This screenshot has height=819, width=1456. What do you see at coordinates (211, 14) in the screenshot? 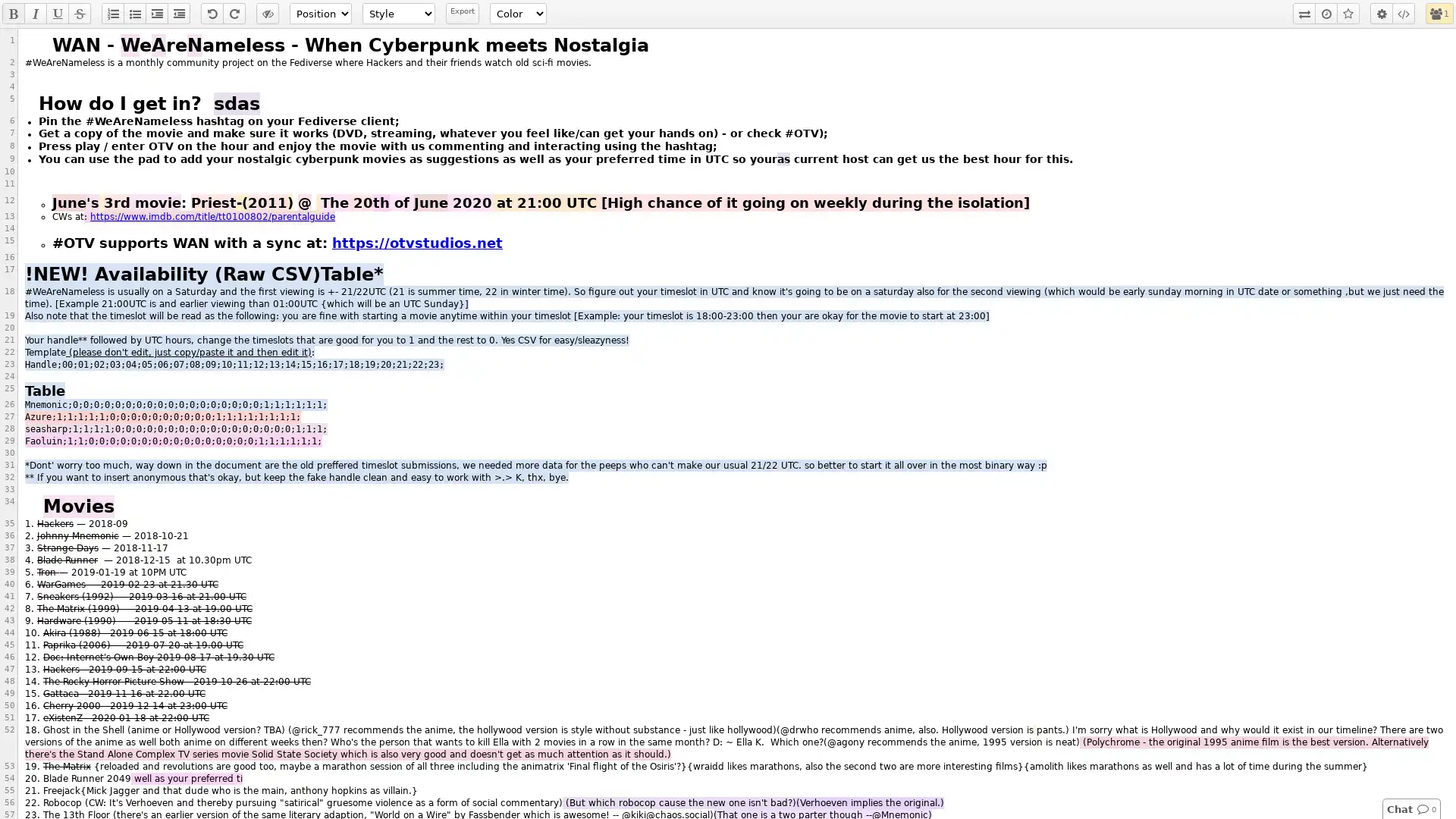
I see `Undo (Ctrl+Z)` at bounding box center [211, 14].